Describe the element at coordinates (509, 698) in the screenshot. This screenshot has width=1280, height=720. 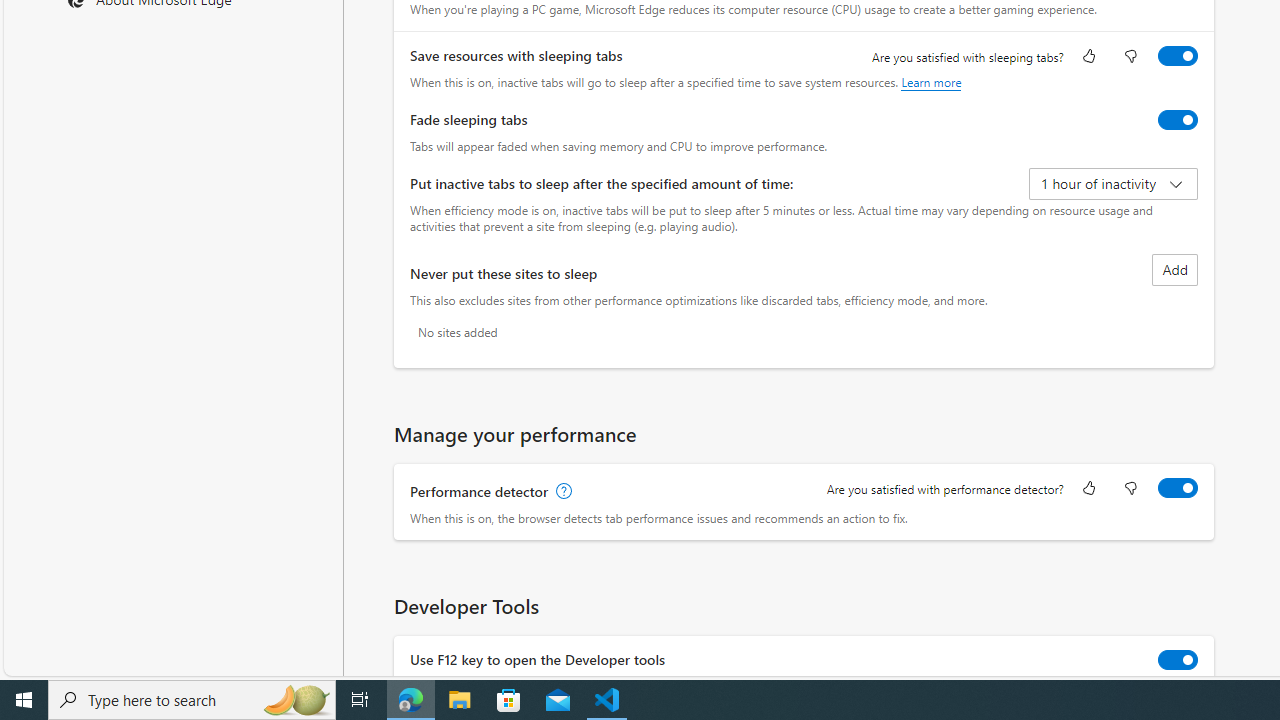
I see `'Microsoft Store'` at that location.